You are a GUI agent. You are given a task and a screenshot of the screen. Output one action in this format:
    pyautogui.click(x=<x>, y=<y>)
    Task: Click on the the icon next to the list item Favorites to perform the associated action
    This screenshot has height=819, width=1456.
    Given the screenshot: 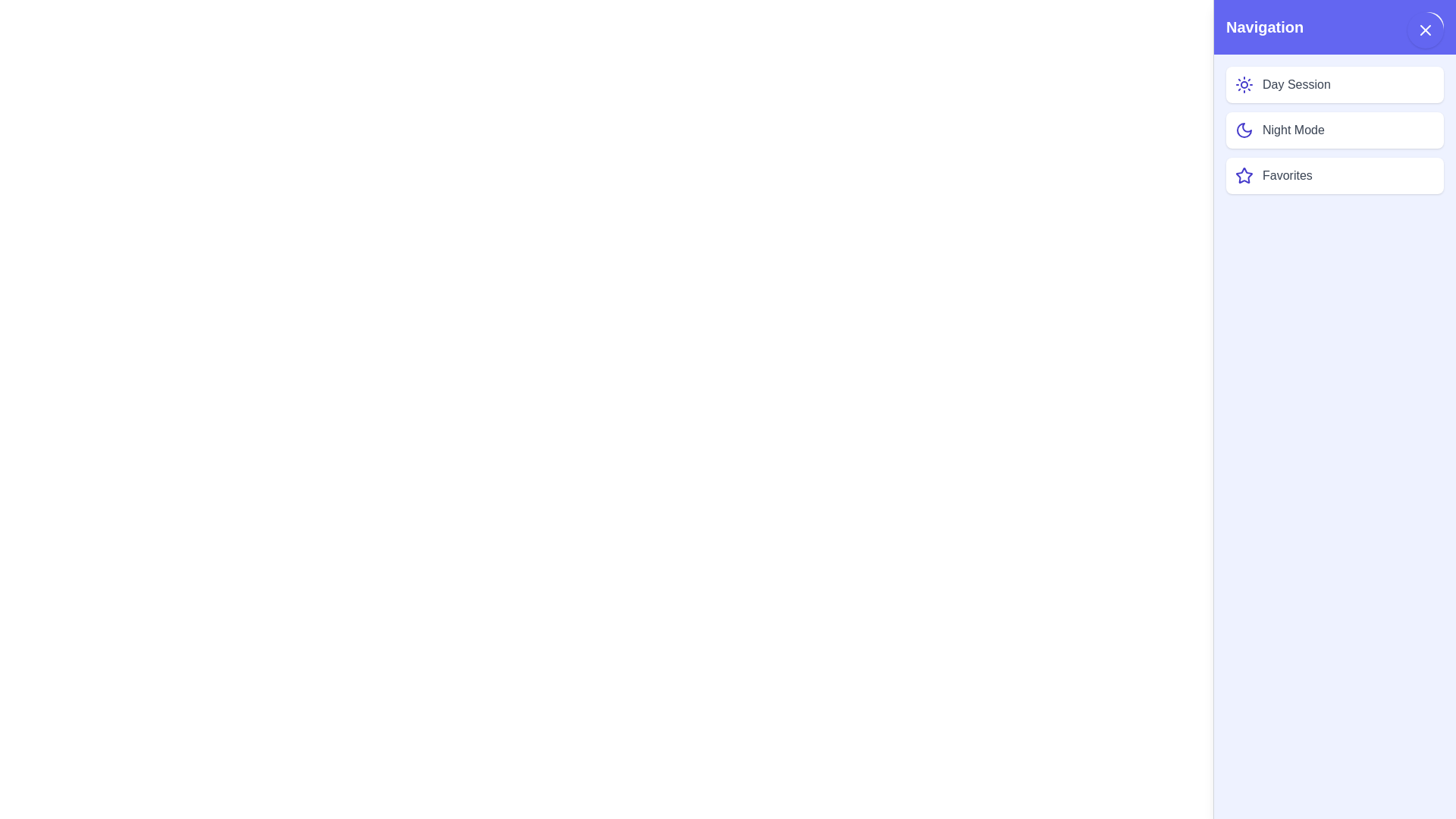 What is the action you would take?
    pyautogui.click(x=1244, y=174)
    